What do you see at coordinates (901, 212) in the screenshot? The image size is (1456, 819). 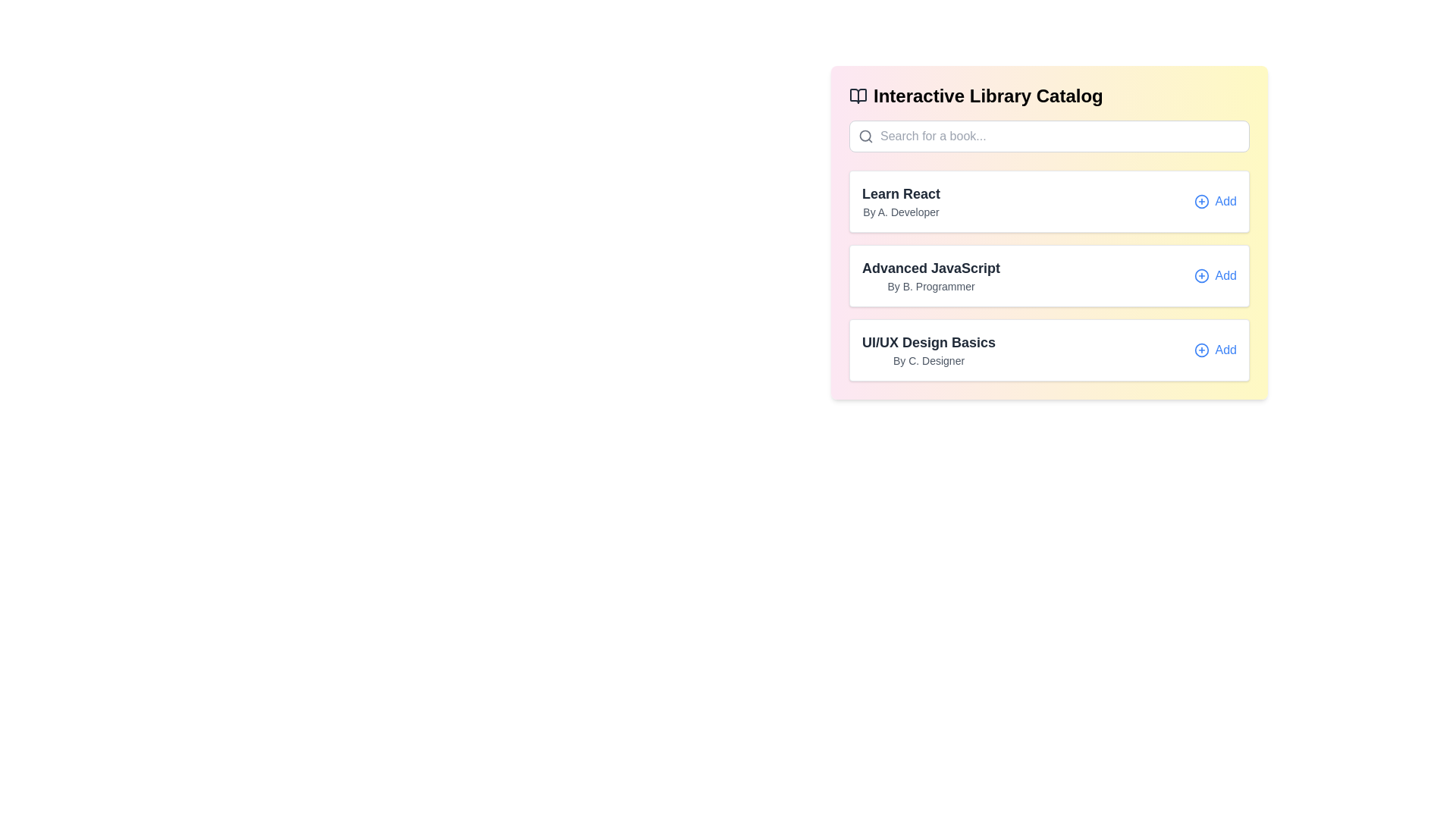 I see `the author information text label located below the title 'Learn React' in the first book card of the library catalog` at bounding box center [901, 212].